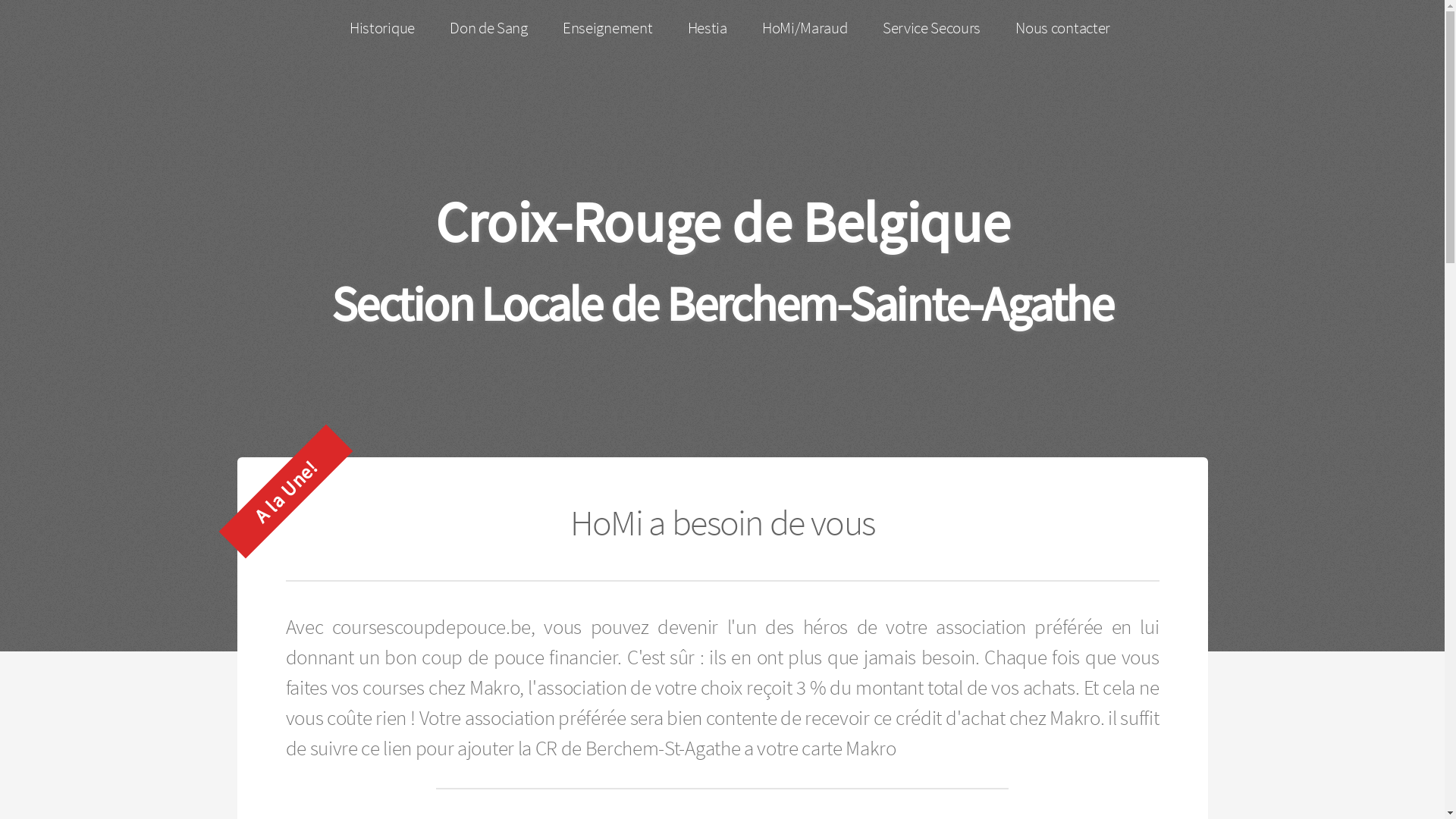 The width and height of the screenshot is (1456, 819). I want to click on 'Historique', so click(382, 28).